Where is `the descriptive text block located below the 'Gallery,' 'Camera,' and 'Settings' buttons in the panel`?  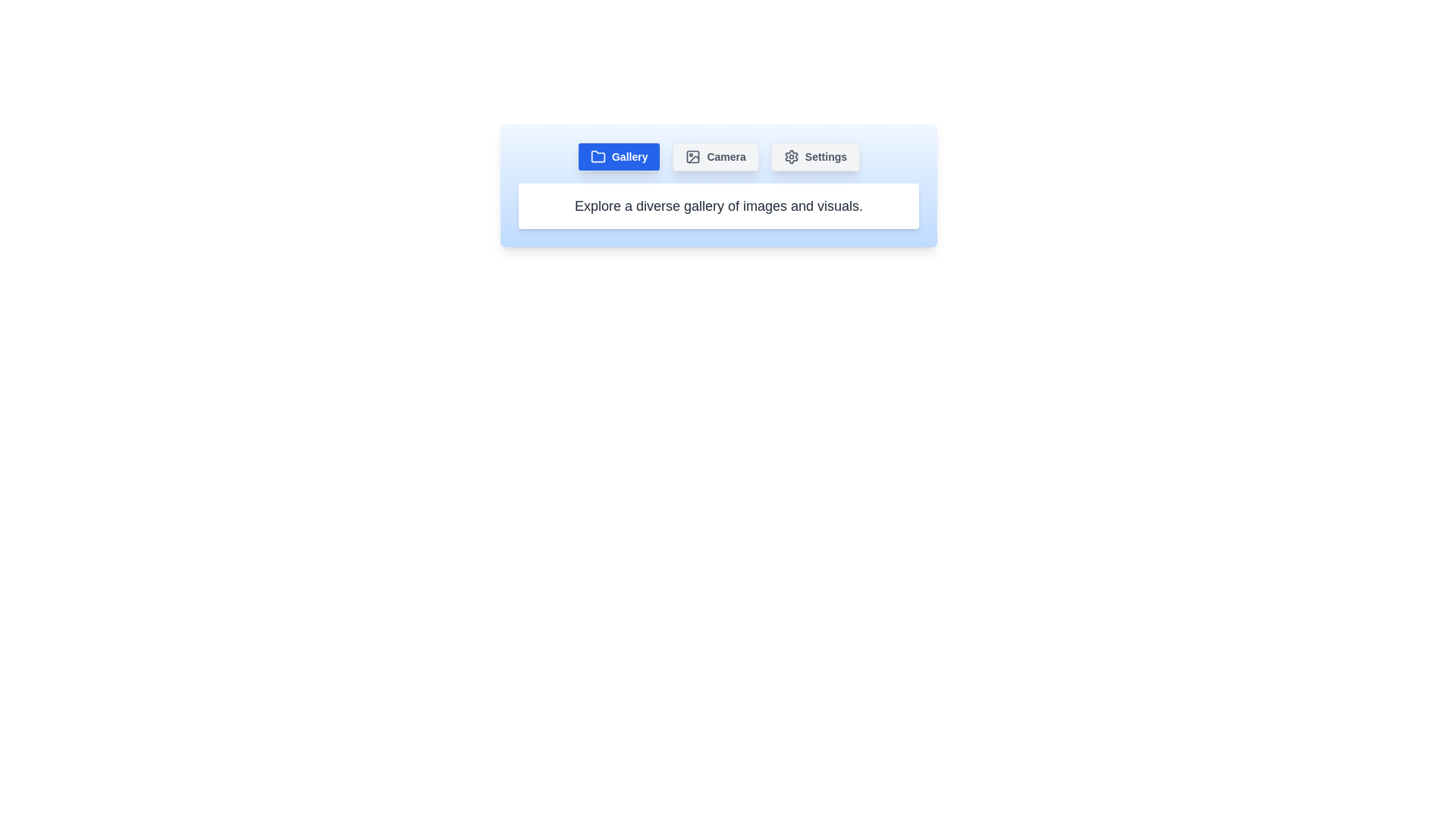
the descriptive text block located below the 'Gallery,' 'Camera,' and 'Settings' buttons in the panel is located at coordinates (718, 206).